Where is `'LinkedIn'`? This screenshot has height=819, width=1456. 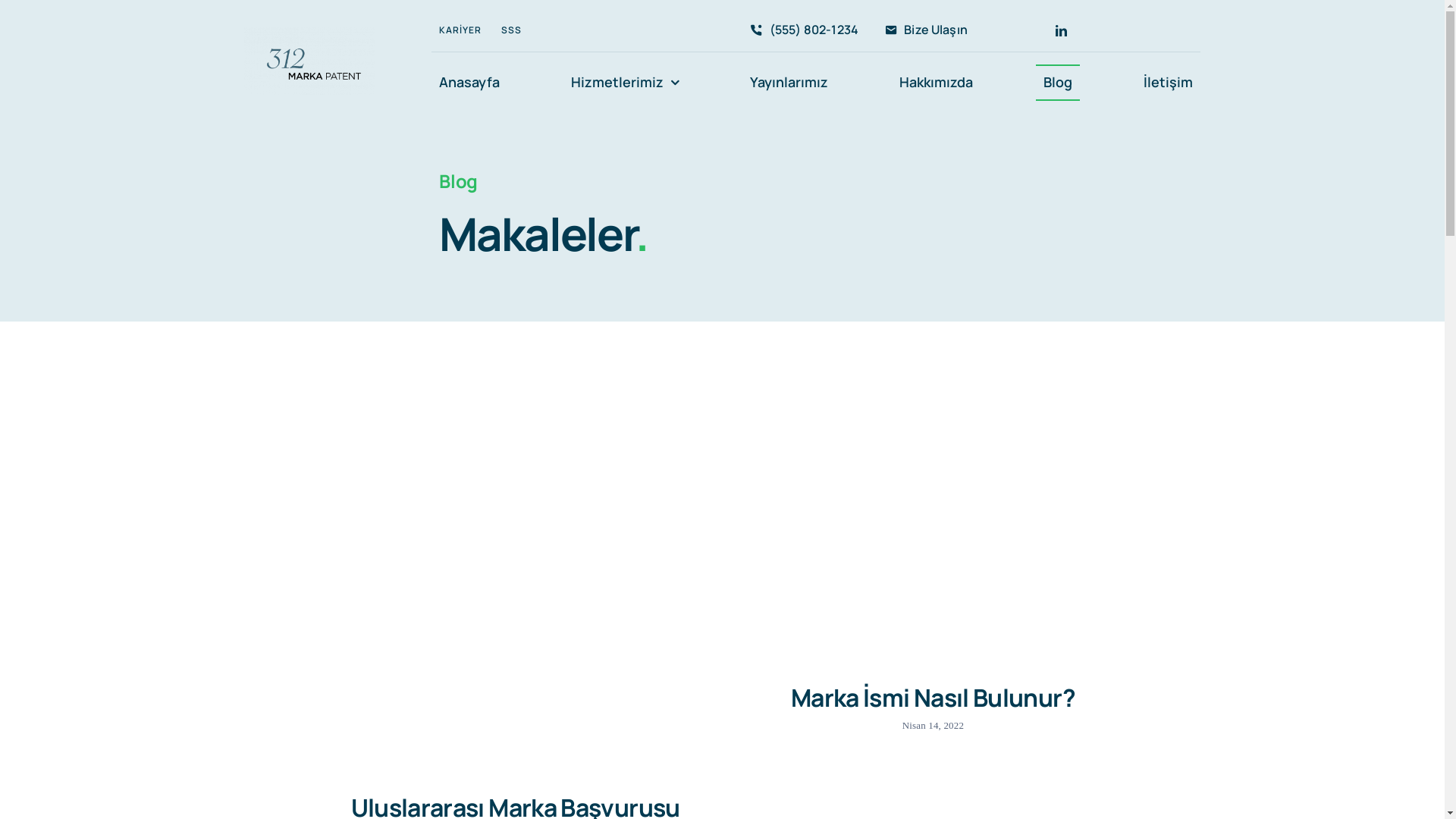 'LinkedIn' is located at coordinates (1060, 30).